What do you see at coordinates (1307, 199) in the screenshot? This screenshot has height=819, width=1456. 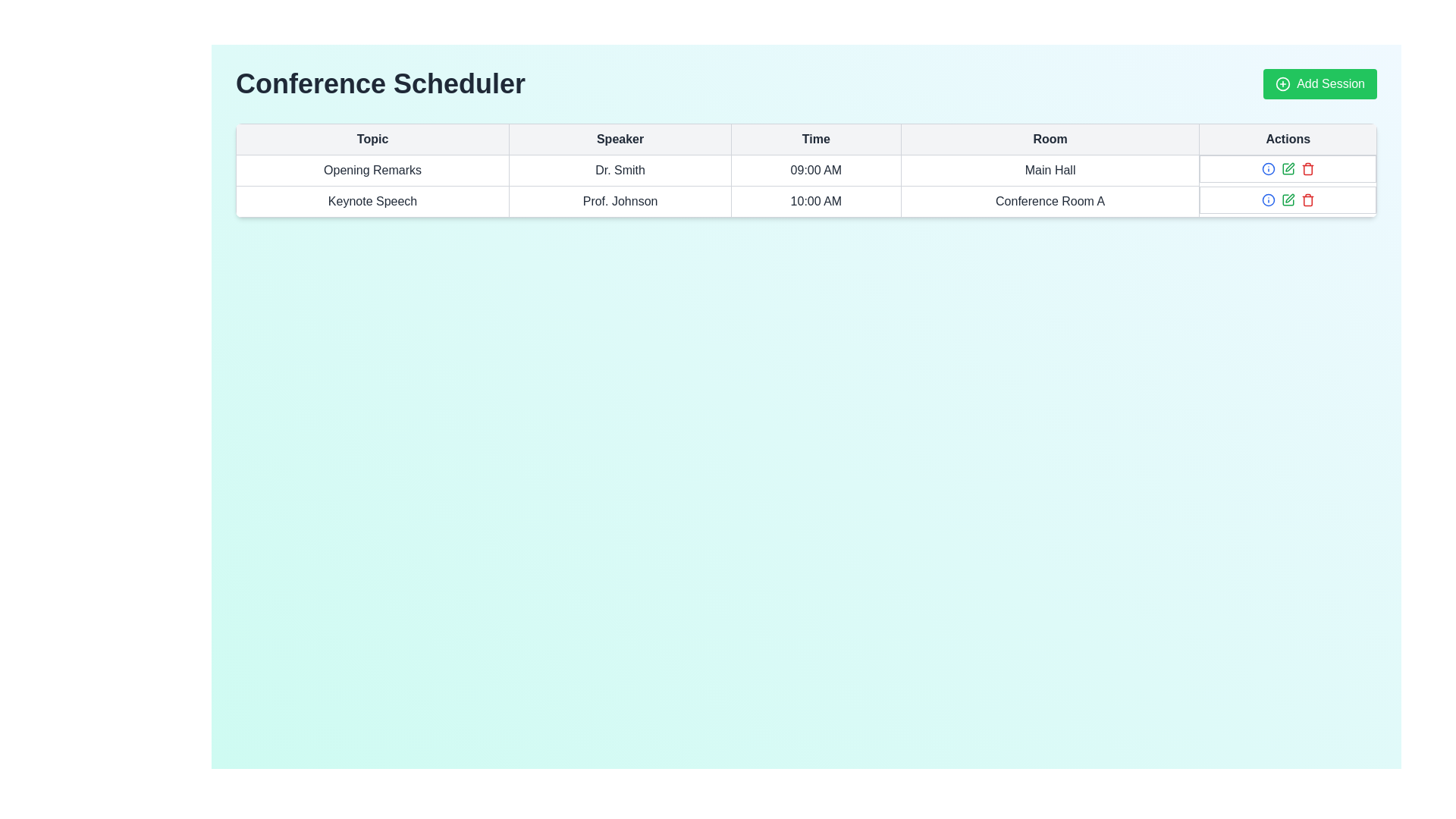 I see `the red trash bin icon in the 'Actions' column of the second row` at bounding box center [1307, 199].